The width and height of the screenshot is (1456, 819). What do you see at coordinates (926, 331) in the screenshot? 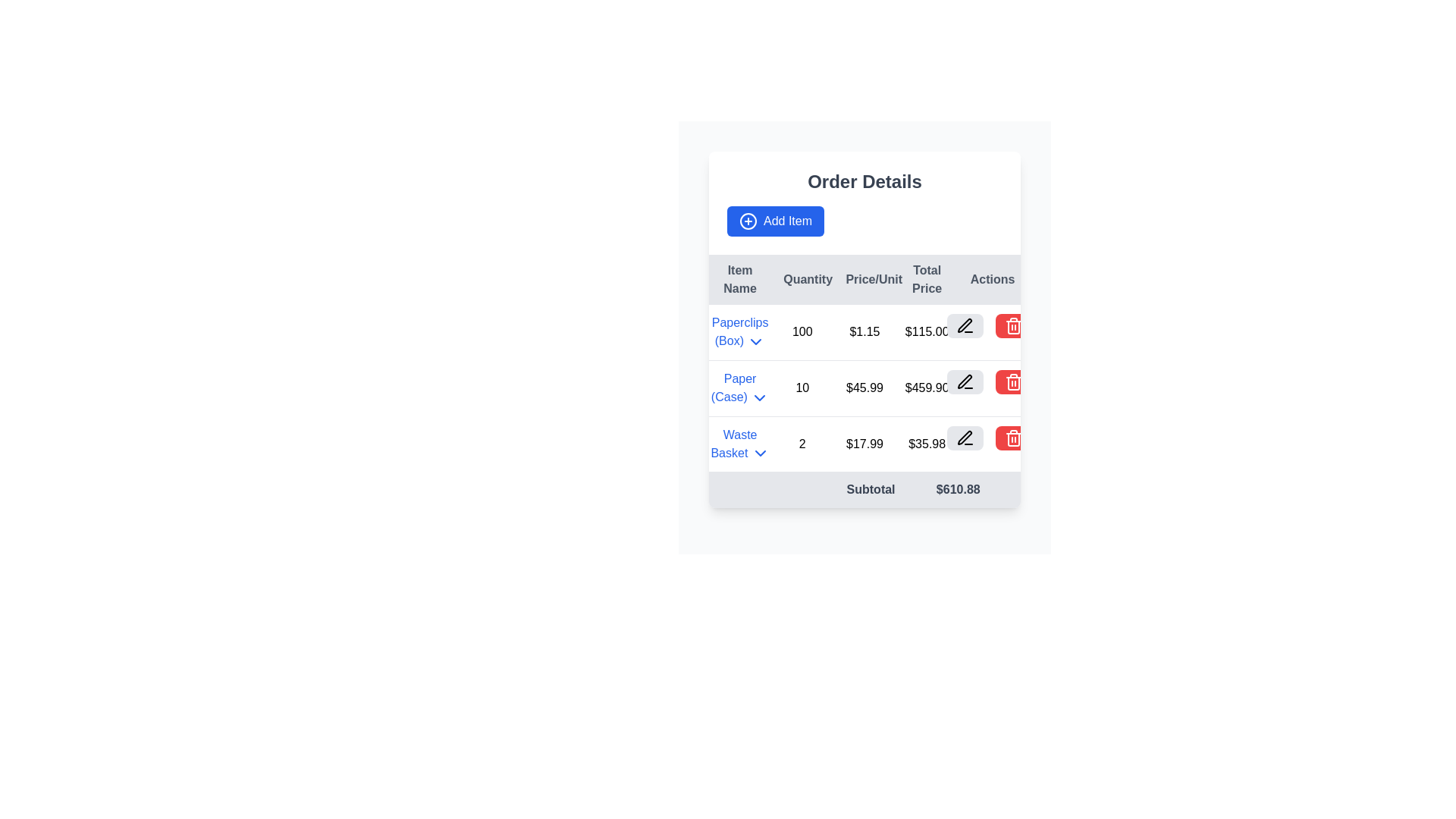
I see `the text display showing '$115.00' under the 'Total Price' column in the first row of the order details table` at bounding box center [926, 331].